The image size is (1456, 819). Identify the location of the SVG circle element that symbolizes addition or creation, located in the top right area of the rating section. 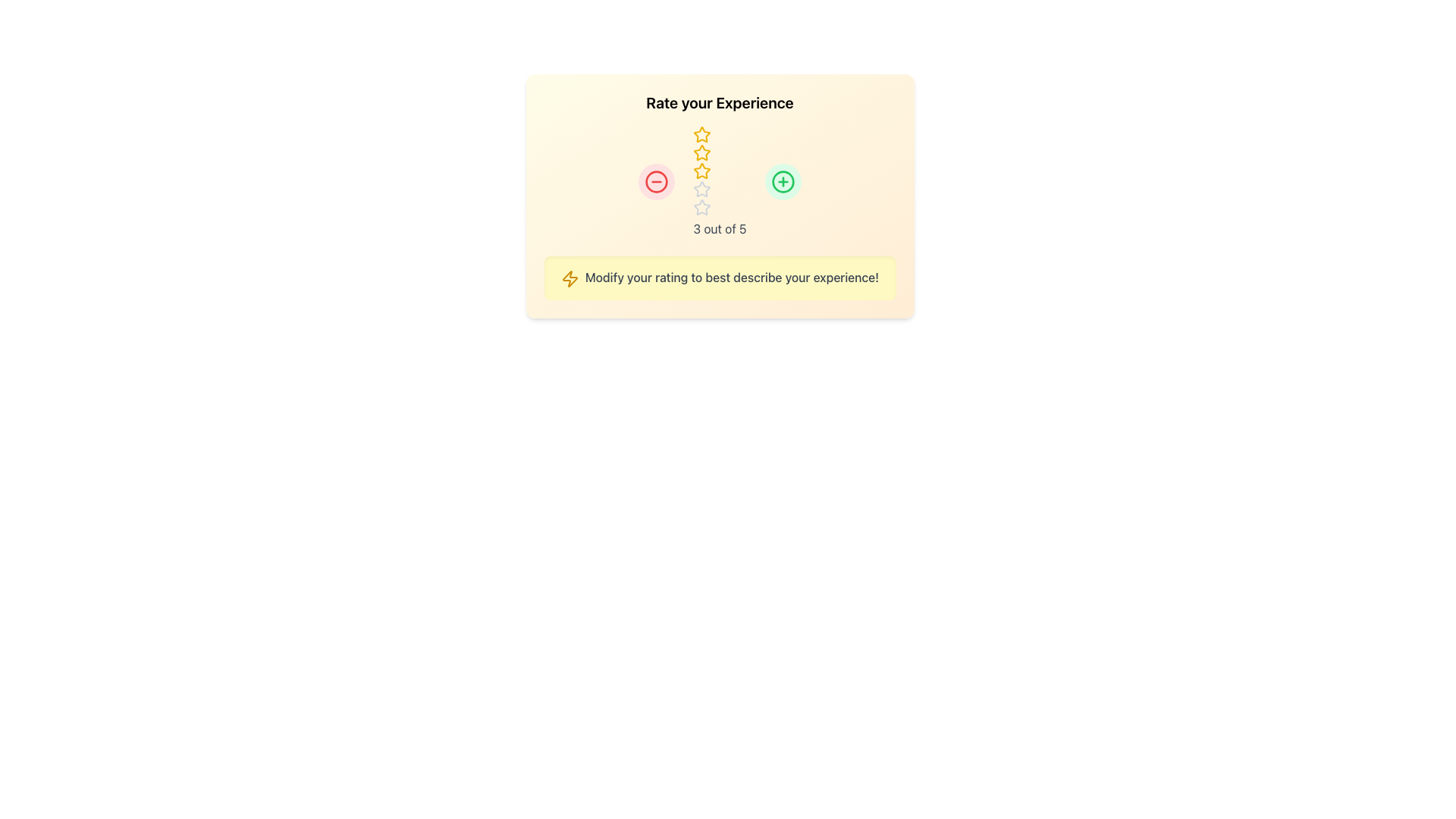
(783, 180).